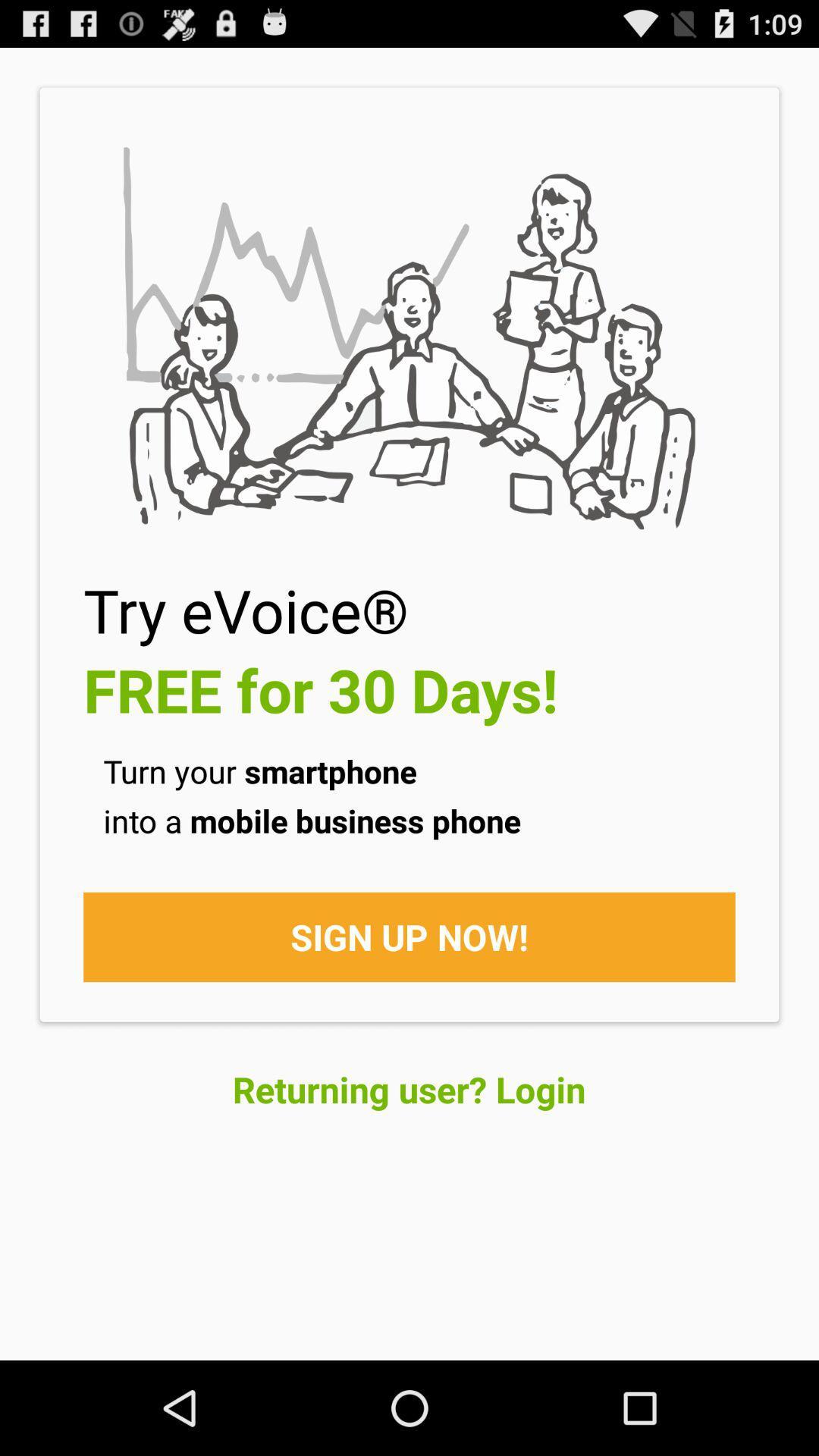  I want to click on app below the into a  icon, so click(409, 936).